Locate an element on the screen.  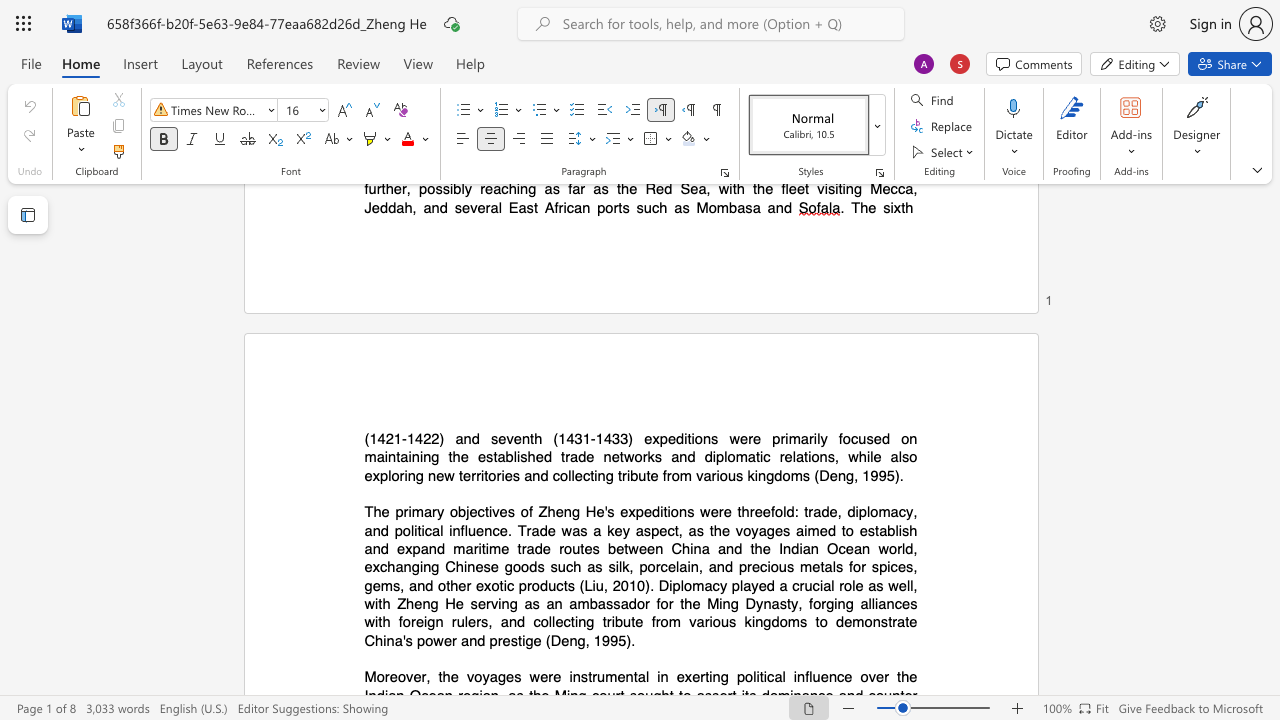
the subset text "estig" within the text "China" is located at coordinates (502, 640).